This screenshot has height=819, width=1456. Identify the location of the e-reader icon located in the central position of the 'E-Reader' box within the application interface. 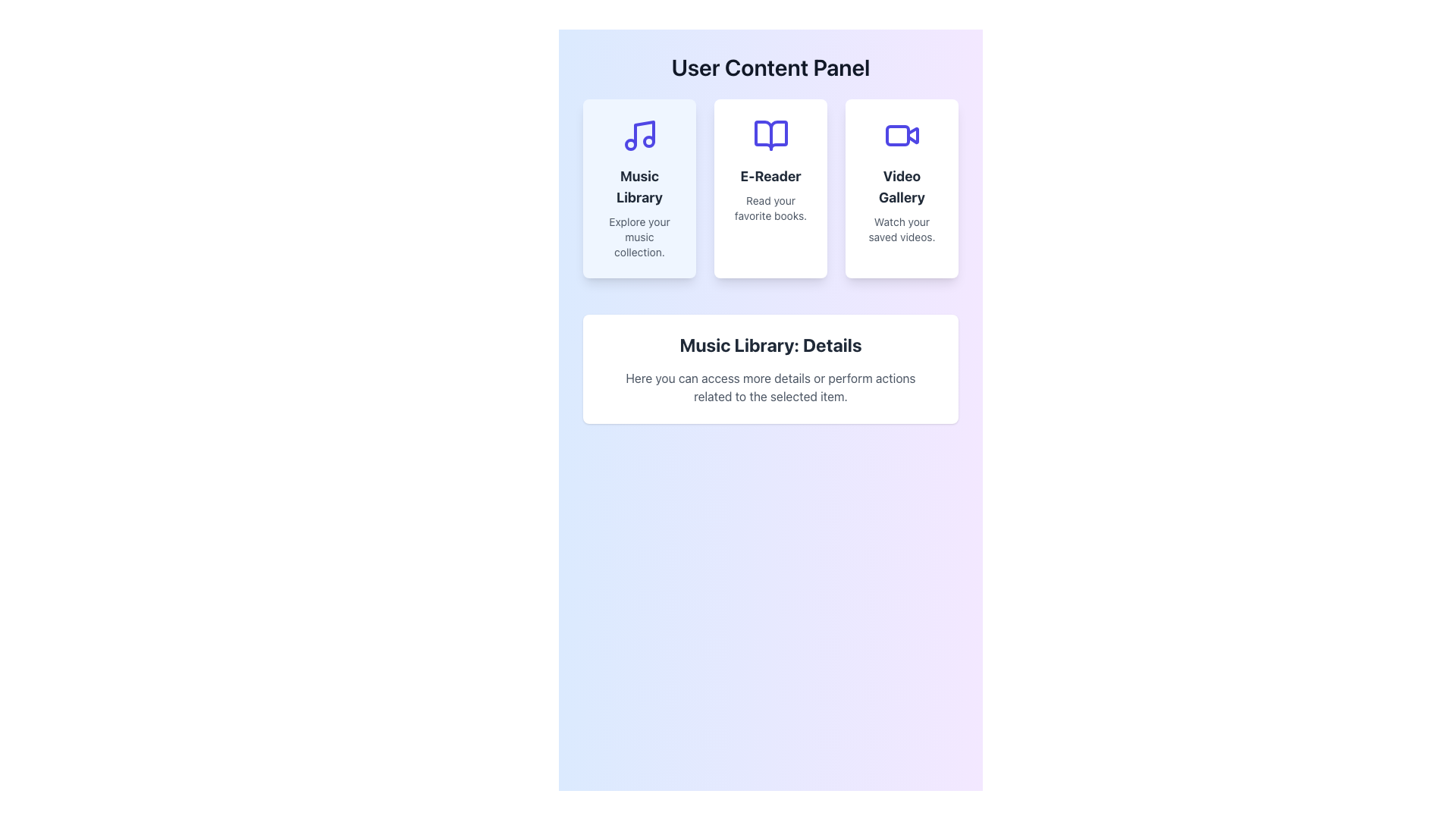
(770, 134).